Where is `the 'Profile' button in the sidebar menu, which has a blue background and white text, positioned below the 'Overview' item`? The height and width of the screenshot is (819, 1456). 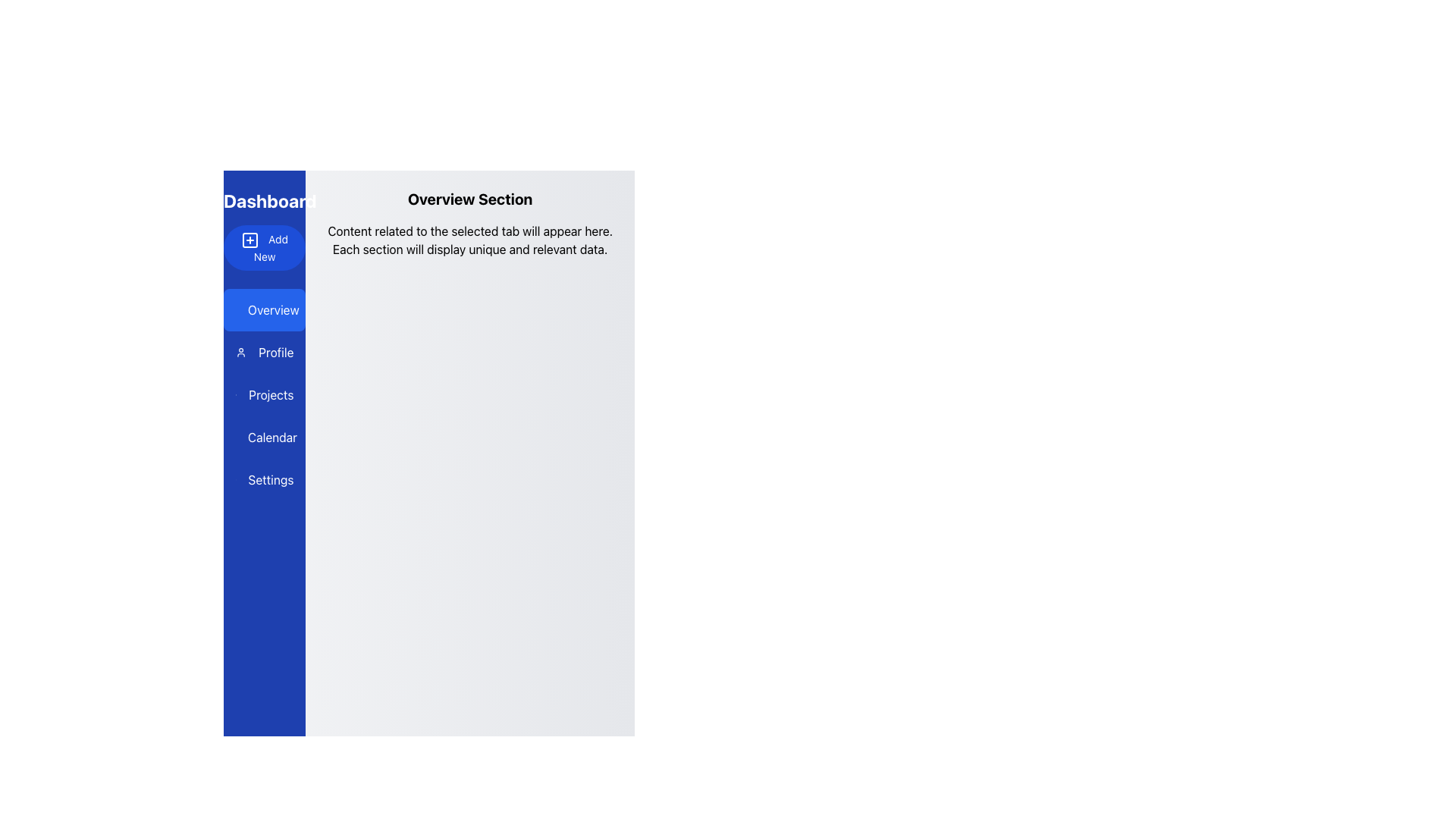 the 'Profile' button in the sidebar menu, which has a blue background and white text, positioned below the 'Overview' item is located at coordinates (265, 353).